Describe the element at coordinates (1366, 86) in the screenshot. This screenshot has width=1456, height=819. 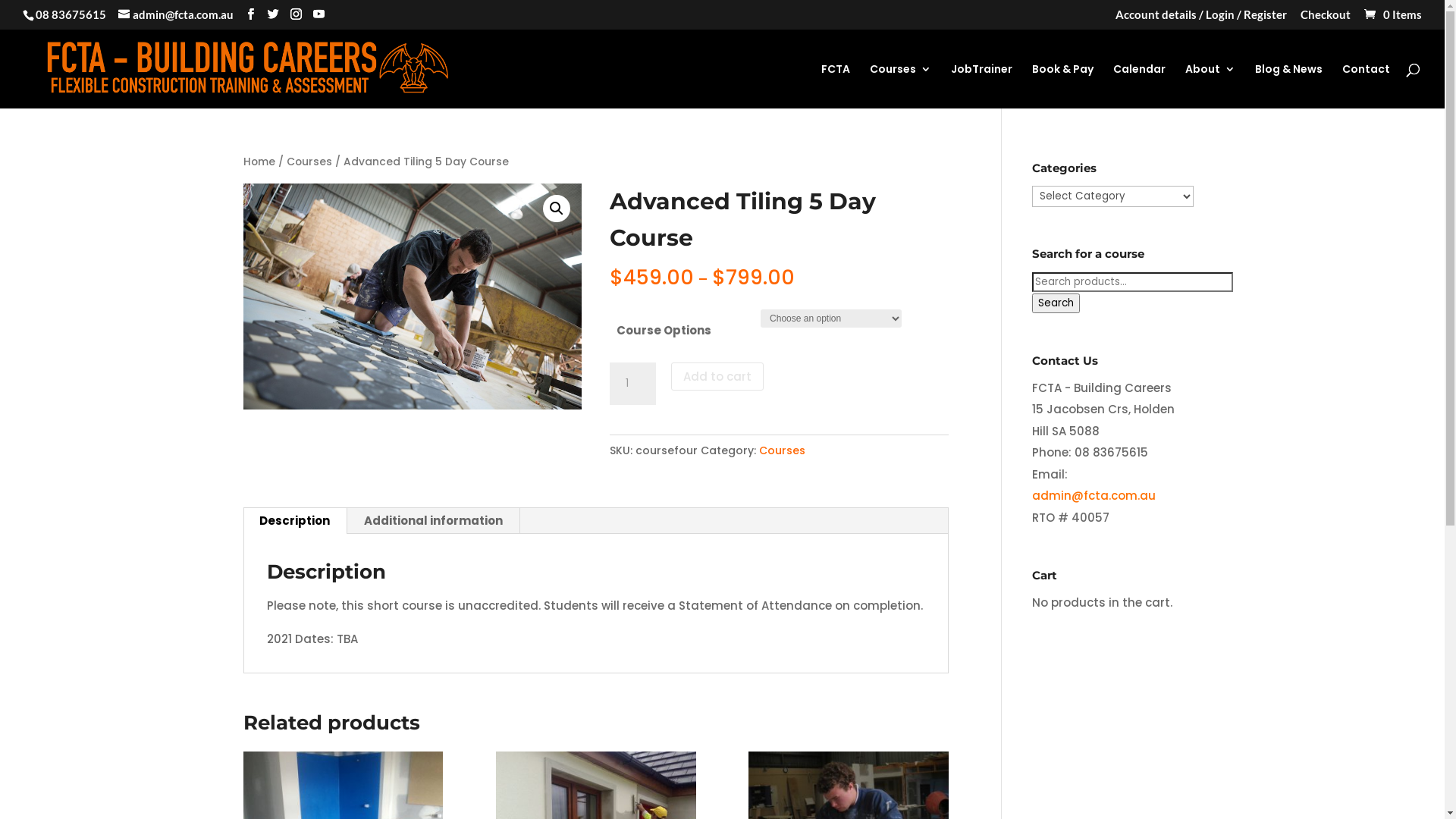
I see `'Contact'` at that location.